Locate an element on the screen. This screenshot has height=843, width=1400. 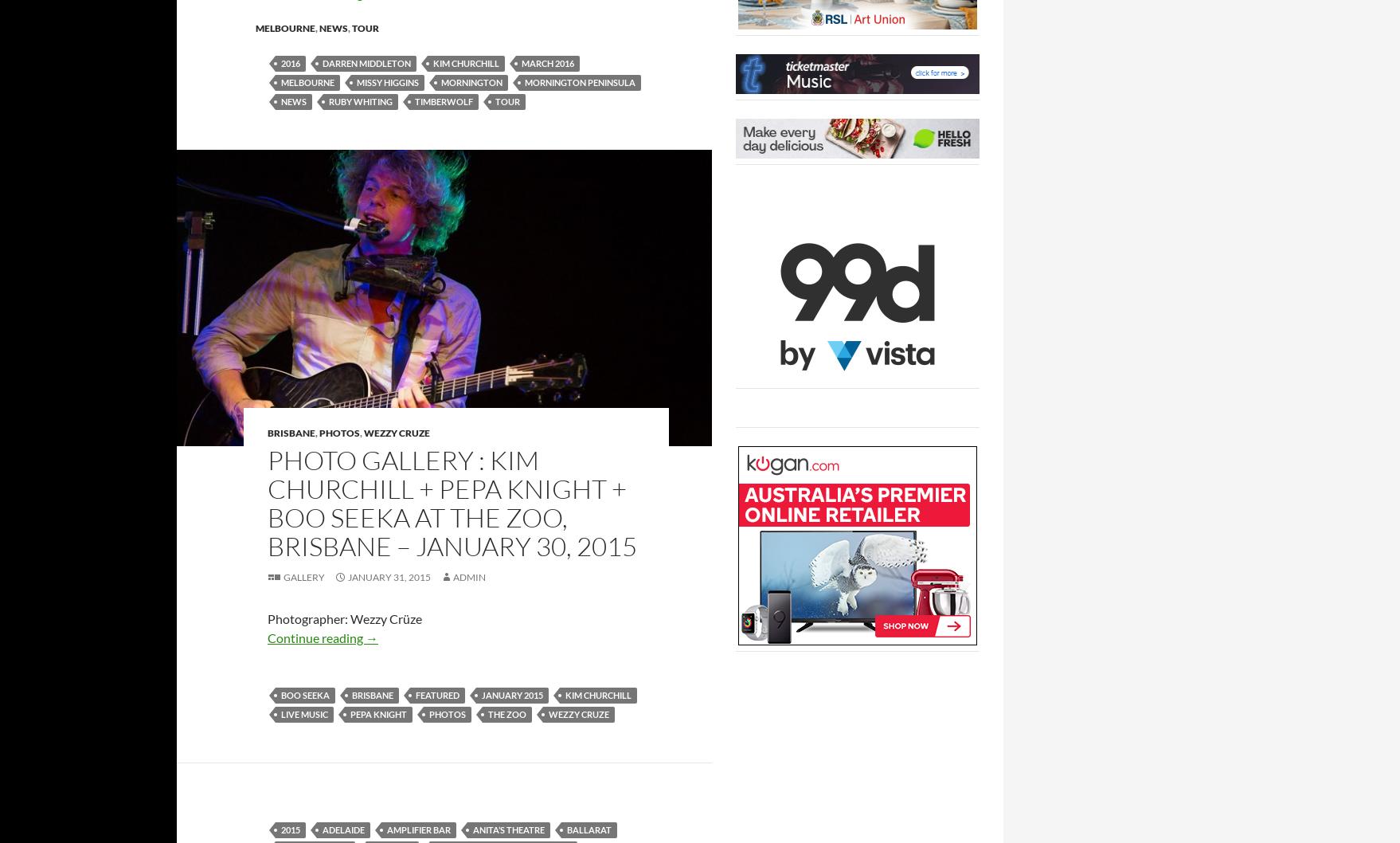
'the zoo' is located at coordinates (506, 714).